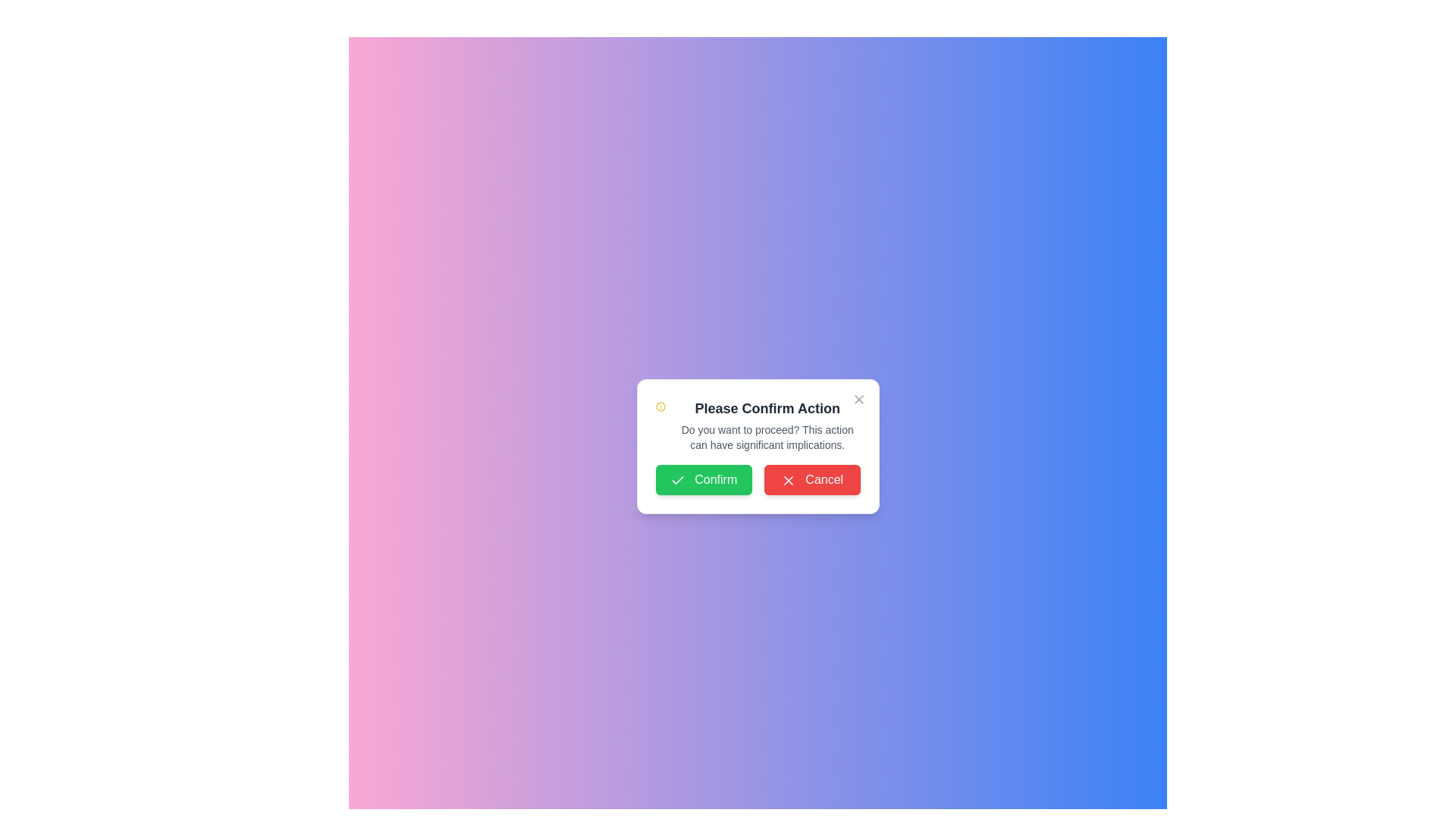  Describe the element at coordinates (758, 425) in the screenshot. I see `text block displaying the title 'Please Confirm Action' and the message 'Do you want to proceed? This action can have significant implications.' located near the top section of a confirmation dialog box` at that location.